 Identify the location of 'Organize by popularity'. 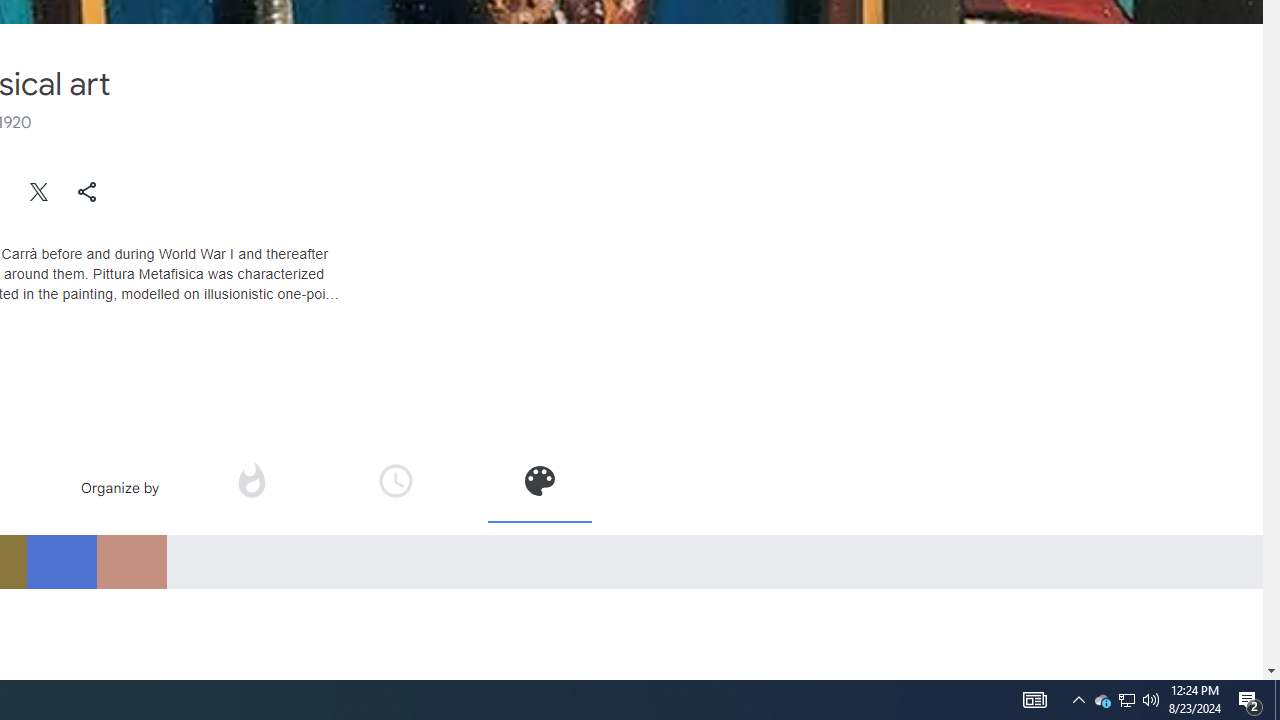
(249, 480).